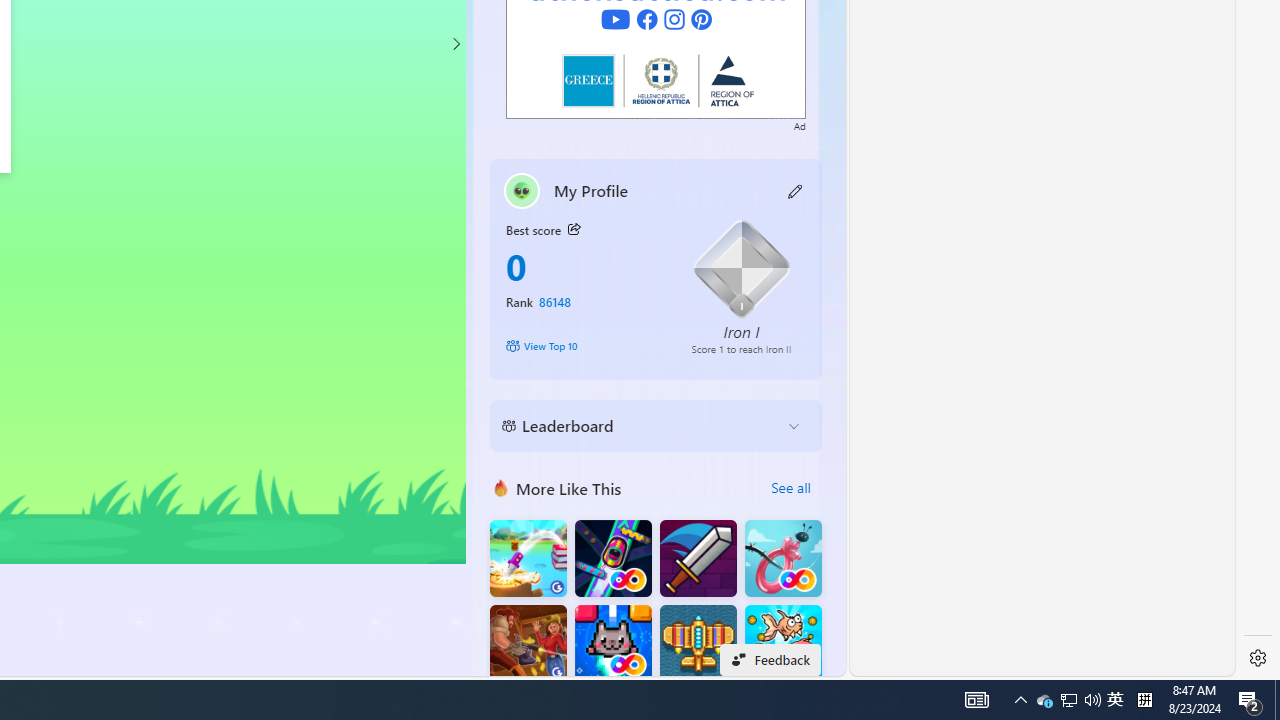 The image size is (1280, 720). Describe the element at coordinates (522, 190) in the screenshot. I see `'""'` at that location.